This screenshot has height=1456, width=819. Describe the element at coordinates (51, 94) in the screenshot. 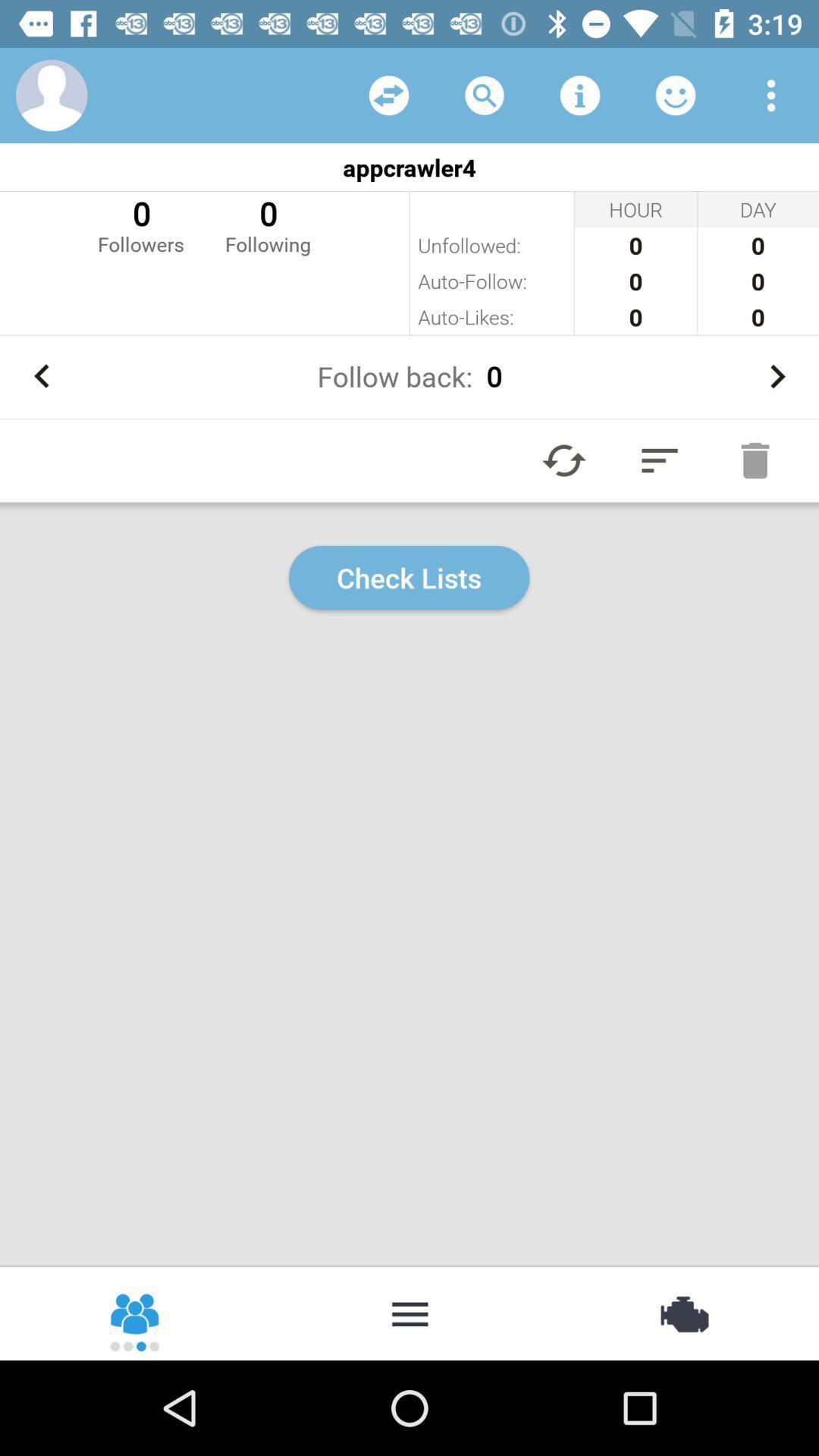

I see `your profile` at that location.